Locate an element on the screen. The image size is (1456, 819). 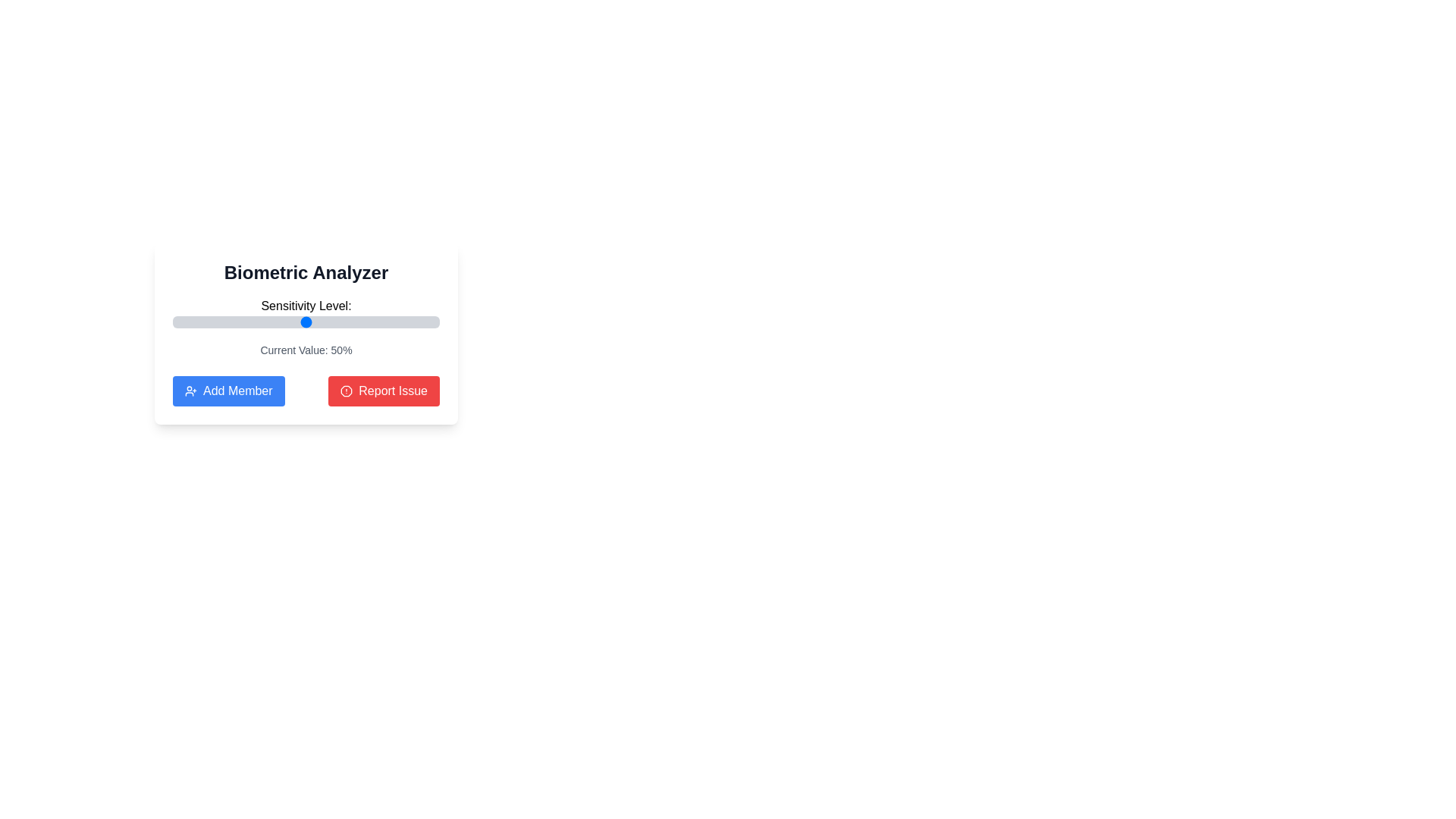
the 'Report Issue' icon is located at coordinates (346, 391).